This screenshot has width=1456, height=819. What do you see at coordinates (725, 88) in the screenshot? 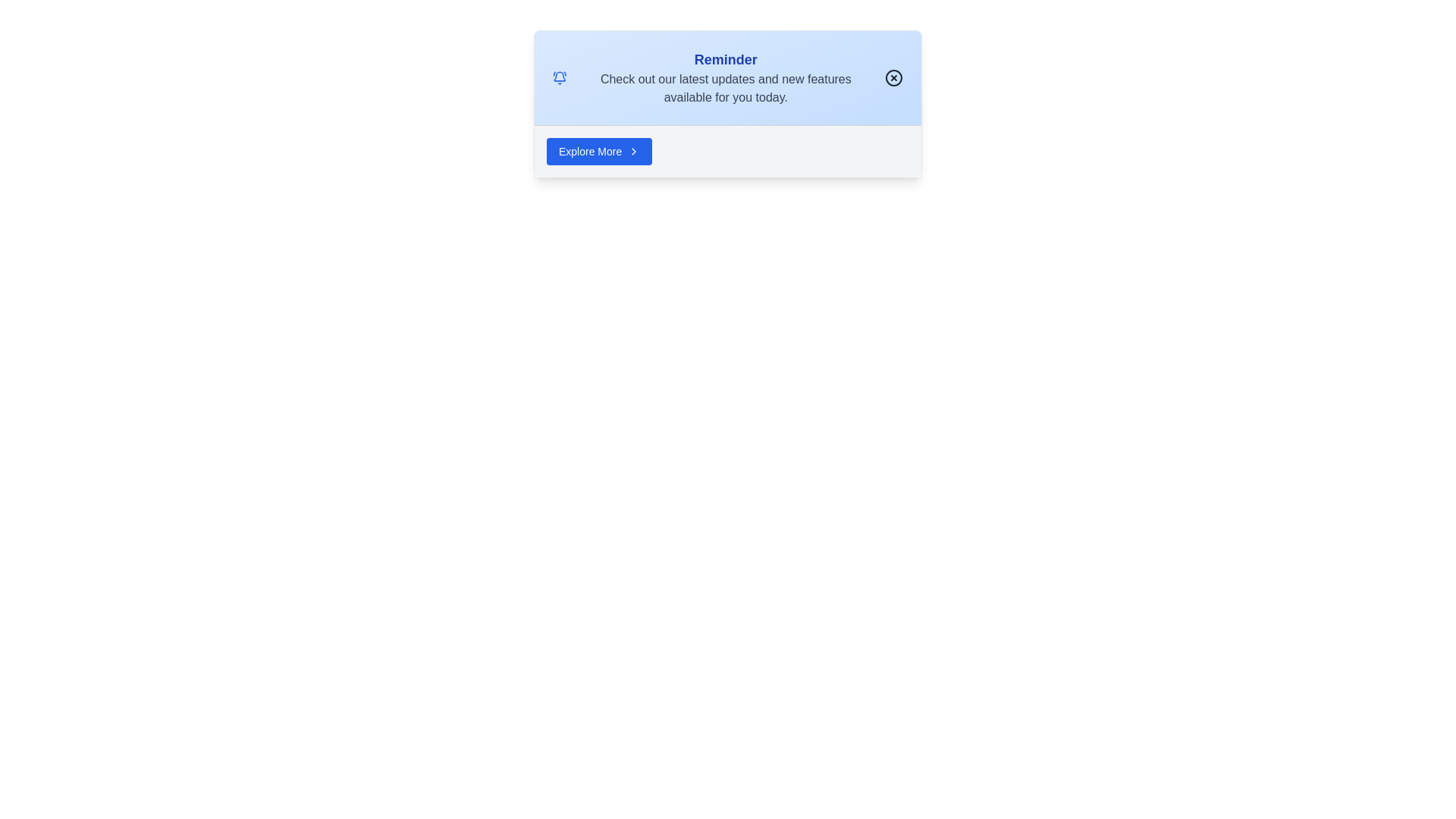
I see `the text label reading 'Check out our latest updates and new features available for you today.' which is positioned below the bold 'Reminder' heading in the blue notification card` at bounding box center [725, 88].